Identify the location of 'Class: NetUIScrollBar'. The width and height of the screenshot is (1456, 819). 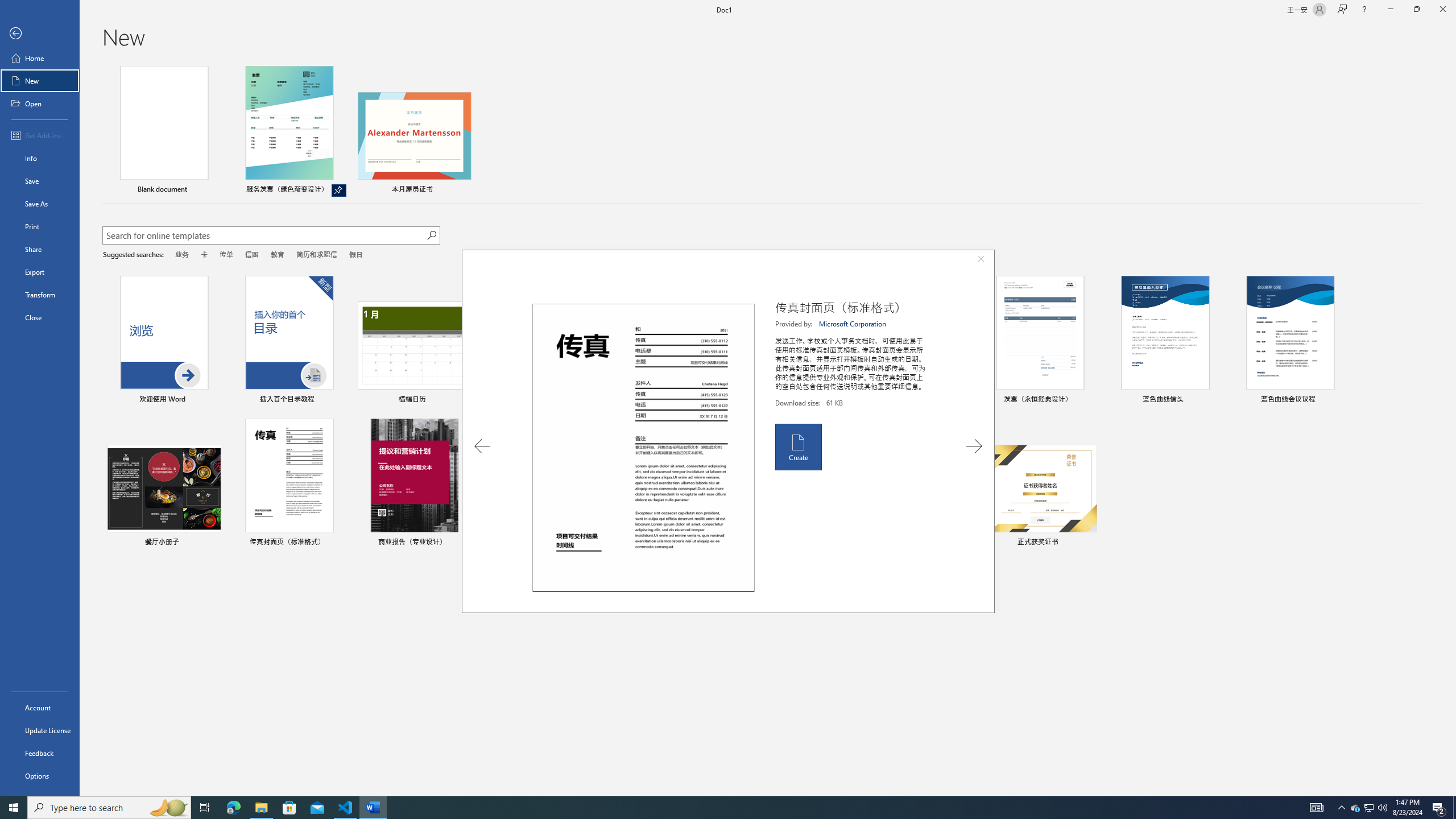
(1451, 428).